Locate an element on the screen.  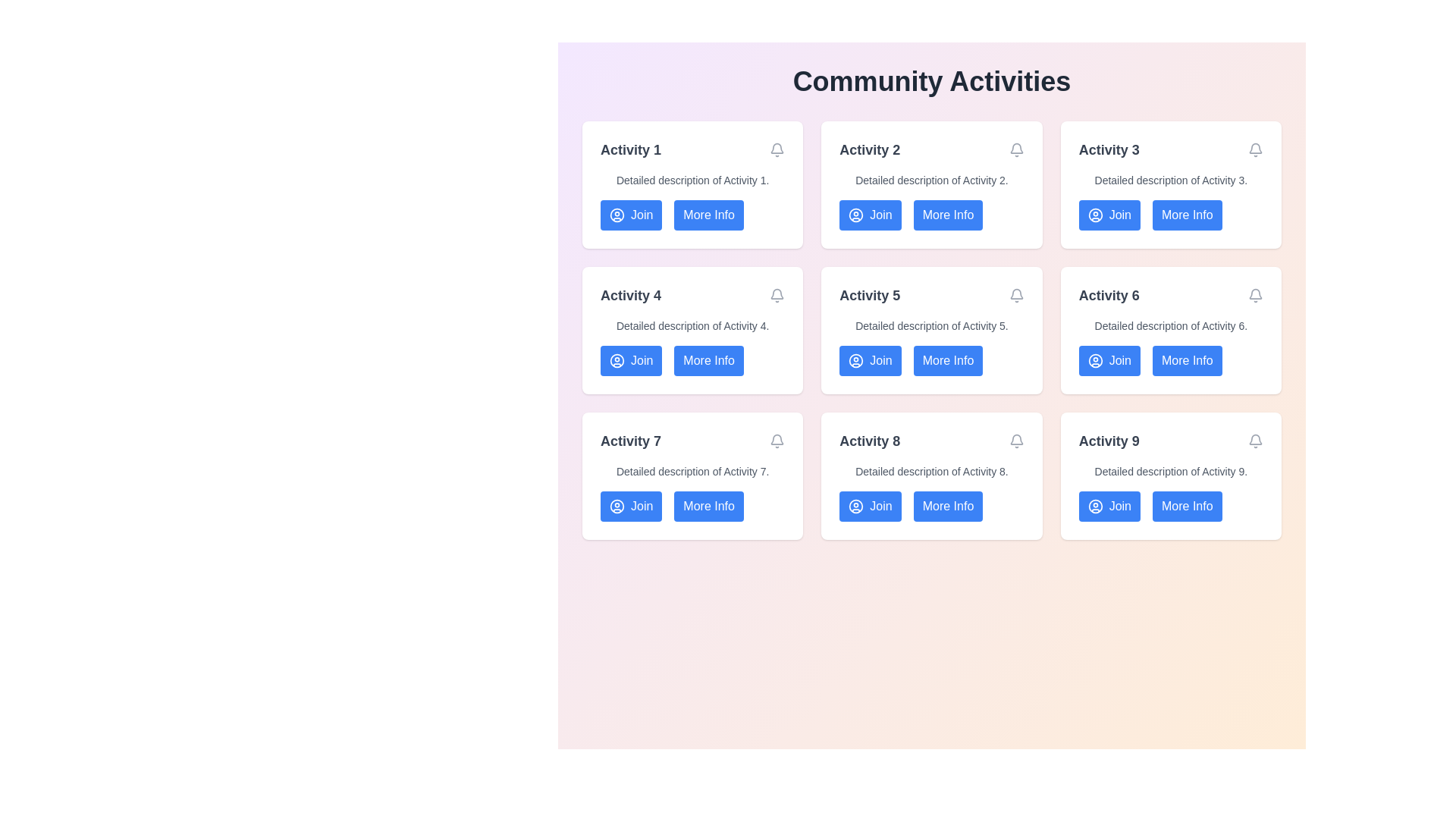
the 'More Info' button, which is a rectangular button with white text on a blue background, located in the third card labeled 'Activity 3' is located at coordinates (1186, 215).